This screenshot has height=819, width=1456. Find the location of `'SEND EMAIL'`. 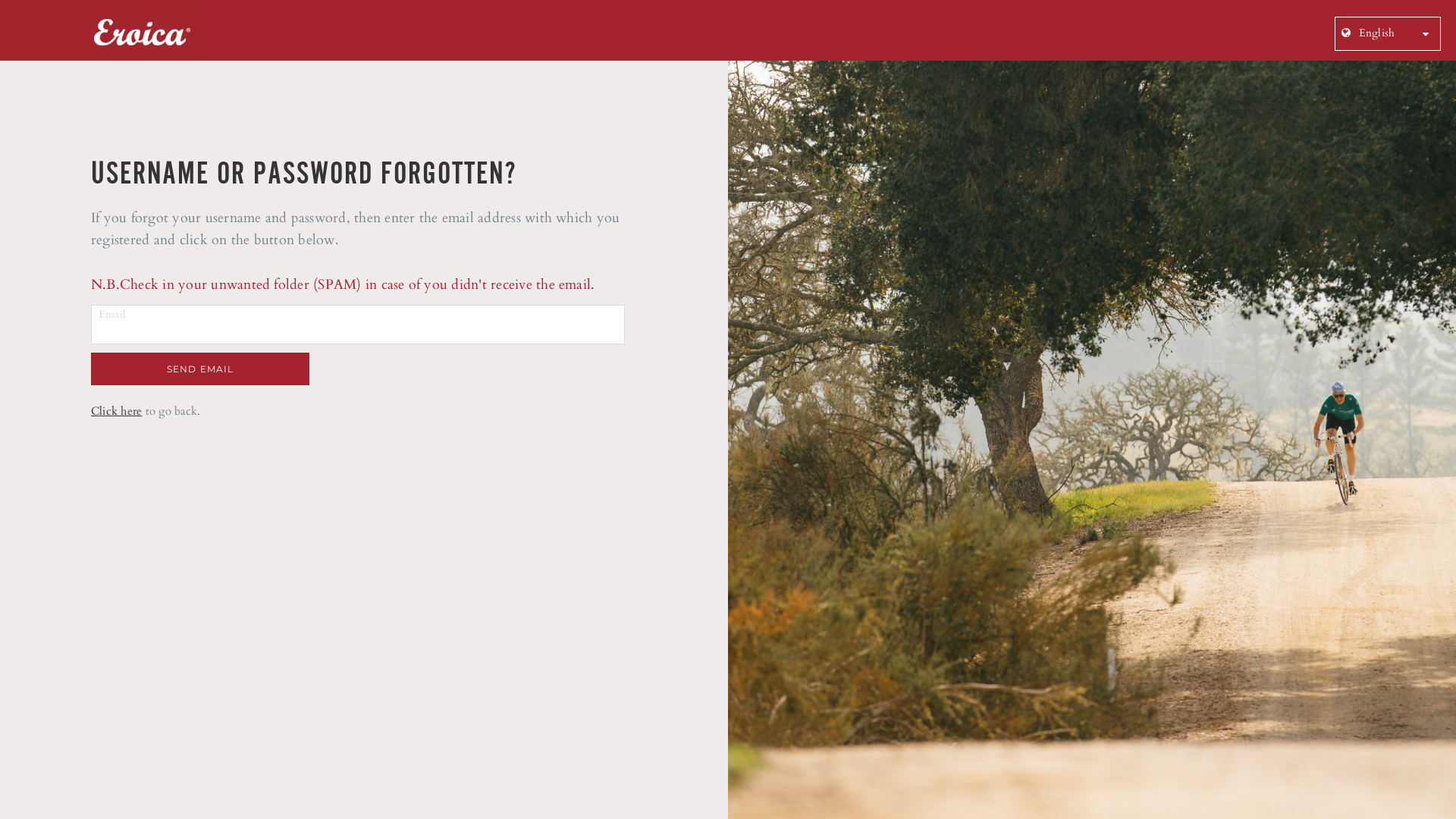

'SEND EMAIL' is located at coordinates (199, 369).